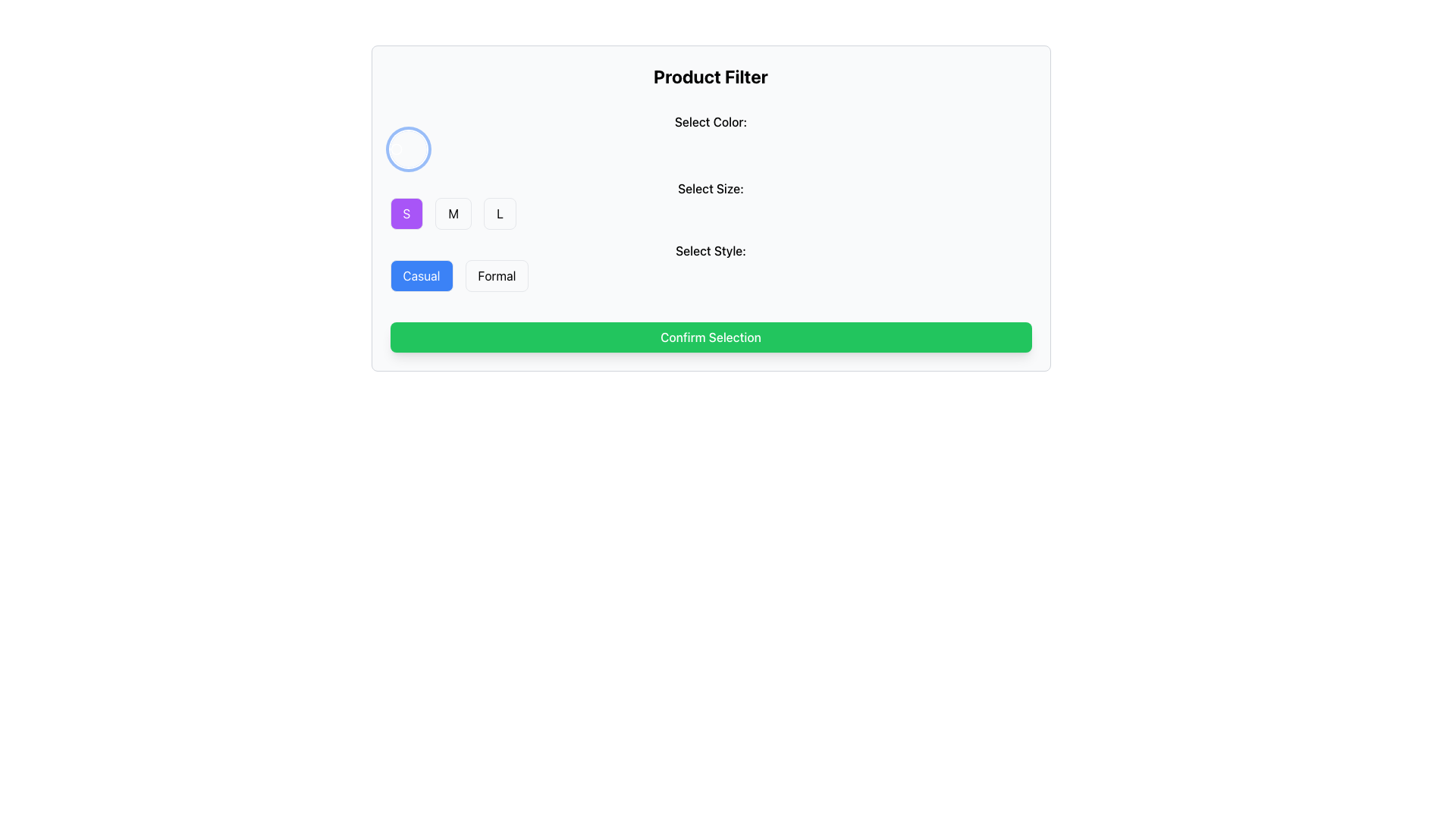 The height and width of the screenshot is (819, 1456). Describe the element at coordinates (710, 336) in the screenshot. I see `the 'Confirm Selection' button, which is a green rectangular button with rounded corners located at the bottom of the 'Product Filter' layout` at that location.